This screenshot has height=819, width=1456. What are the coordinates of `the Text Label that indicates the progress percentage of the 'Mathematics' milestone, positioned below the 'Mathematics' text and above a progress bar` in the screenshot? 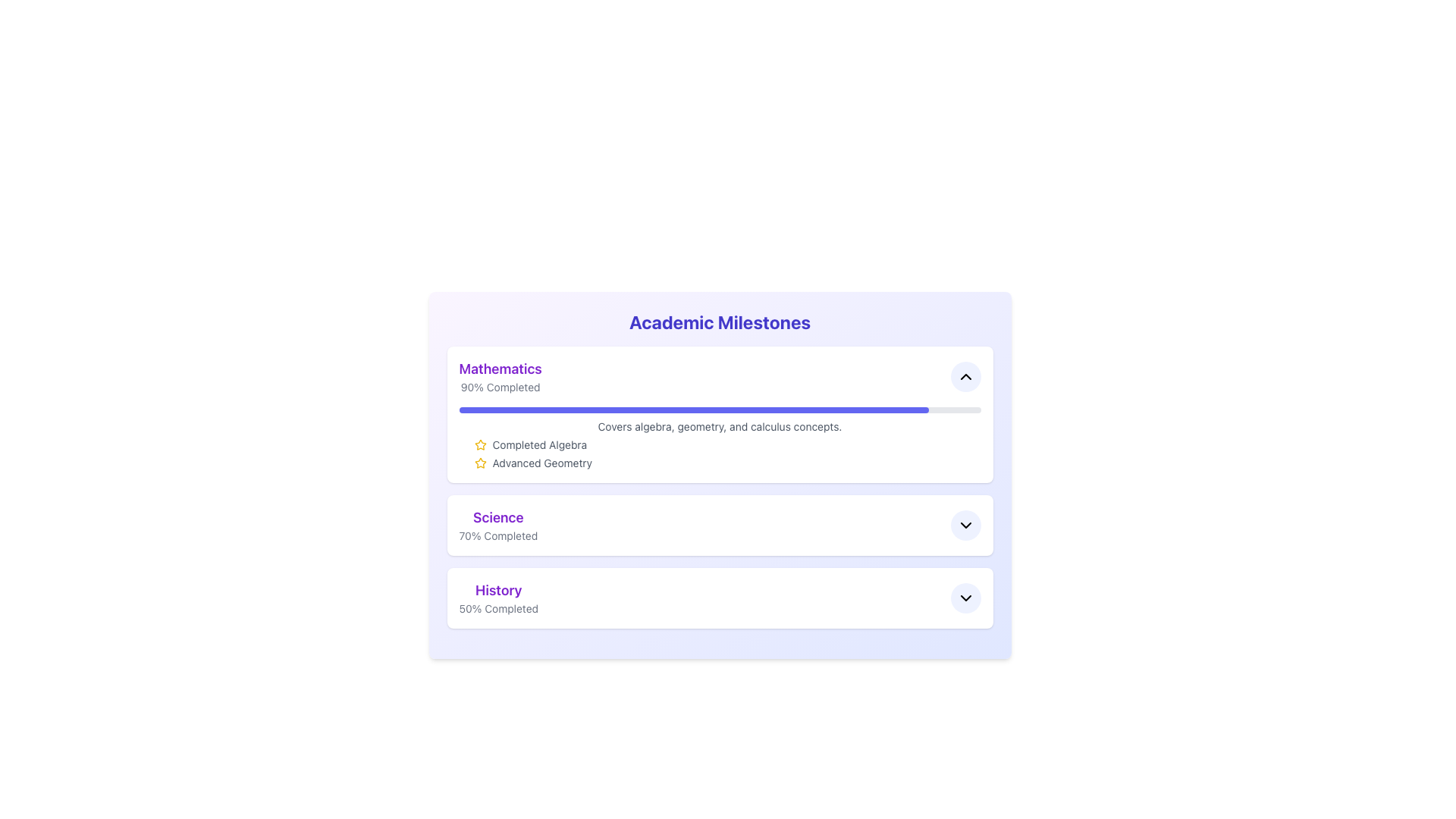 It's located at (500, 386).